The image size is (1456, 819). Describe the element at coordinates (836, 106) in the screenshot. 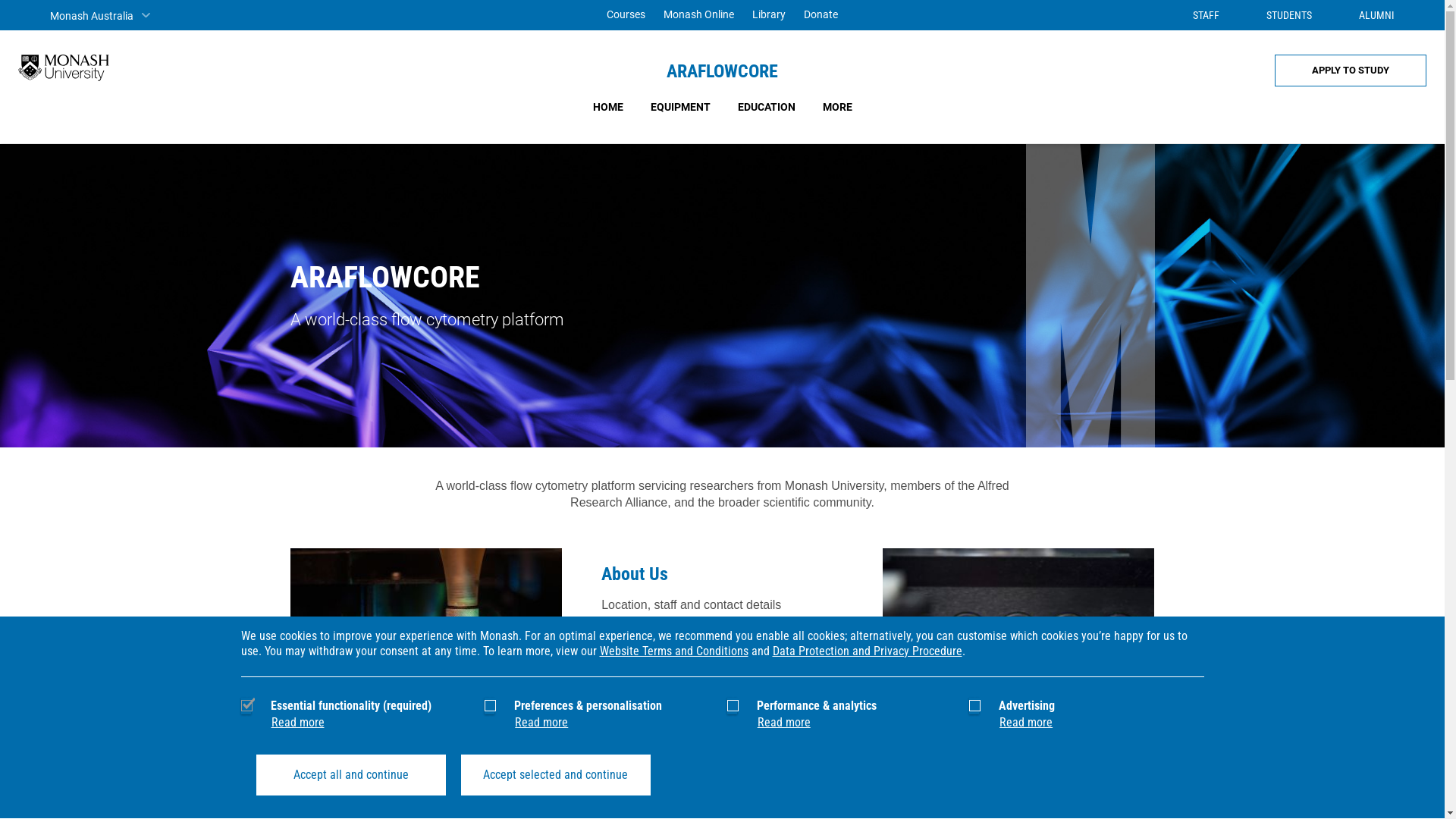

I see `'MORE'` at that location.